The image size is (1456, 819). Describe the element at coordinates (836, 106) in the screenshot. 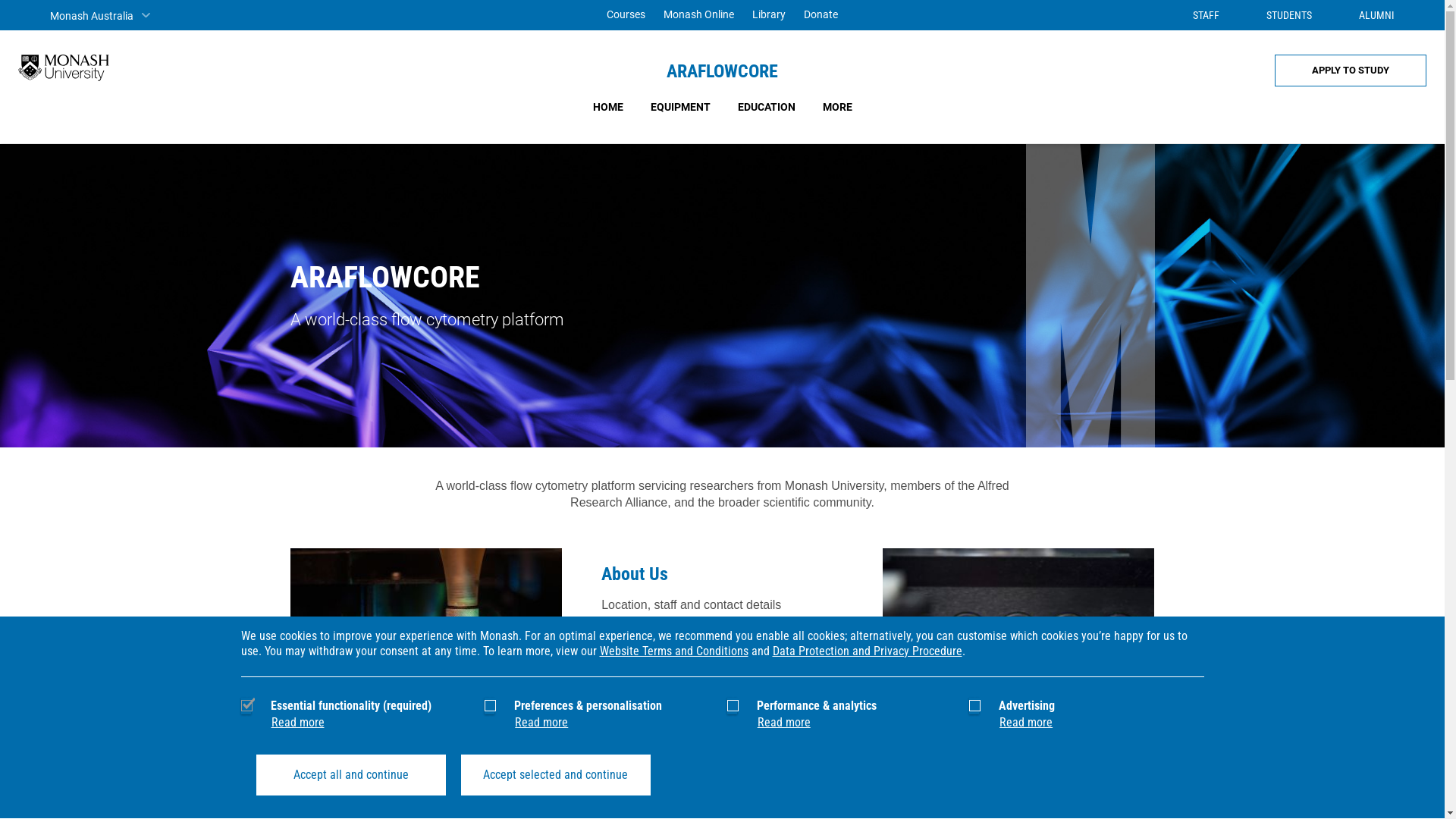

I see `'MORE'` at that location.